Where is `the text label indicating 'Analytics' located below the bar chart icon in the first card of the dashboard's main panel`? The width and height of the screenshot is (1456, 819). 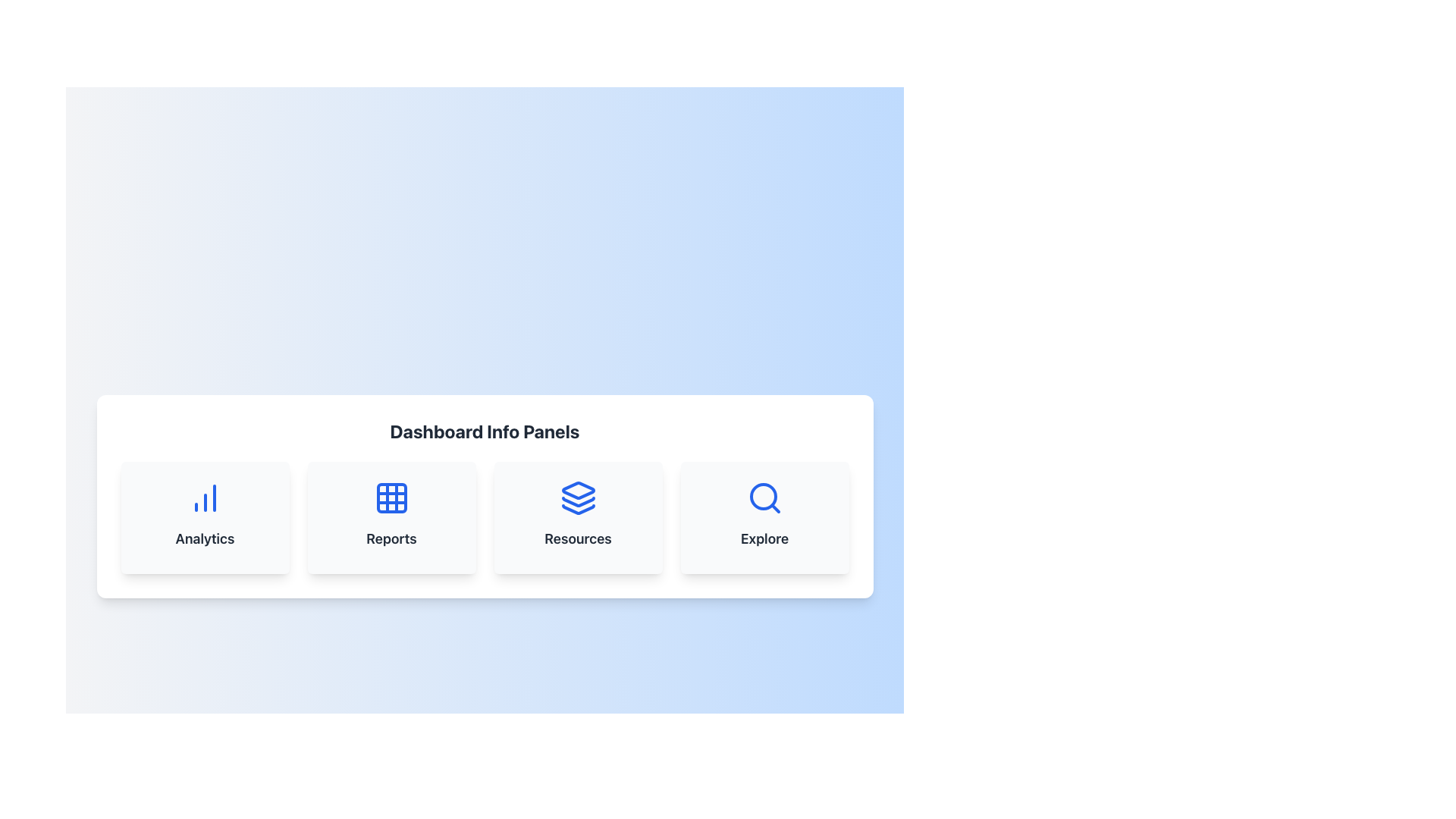 the text label indicating 'Analytics' located below the bar chart icon in the first card of the dashboard's main panel is located at coordinates (204, 538).